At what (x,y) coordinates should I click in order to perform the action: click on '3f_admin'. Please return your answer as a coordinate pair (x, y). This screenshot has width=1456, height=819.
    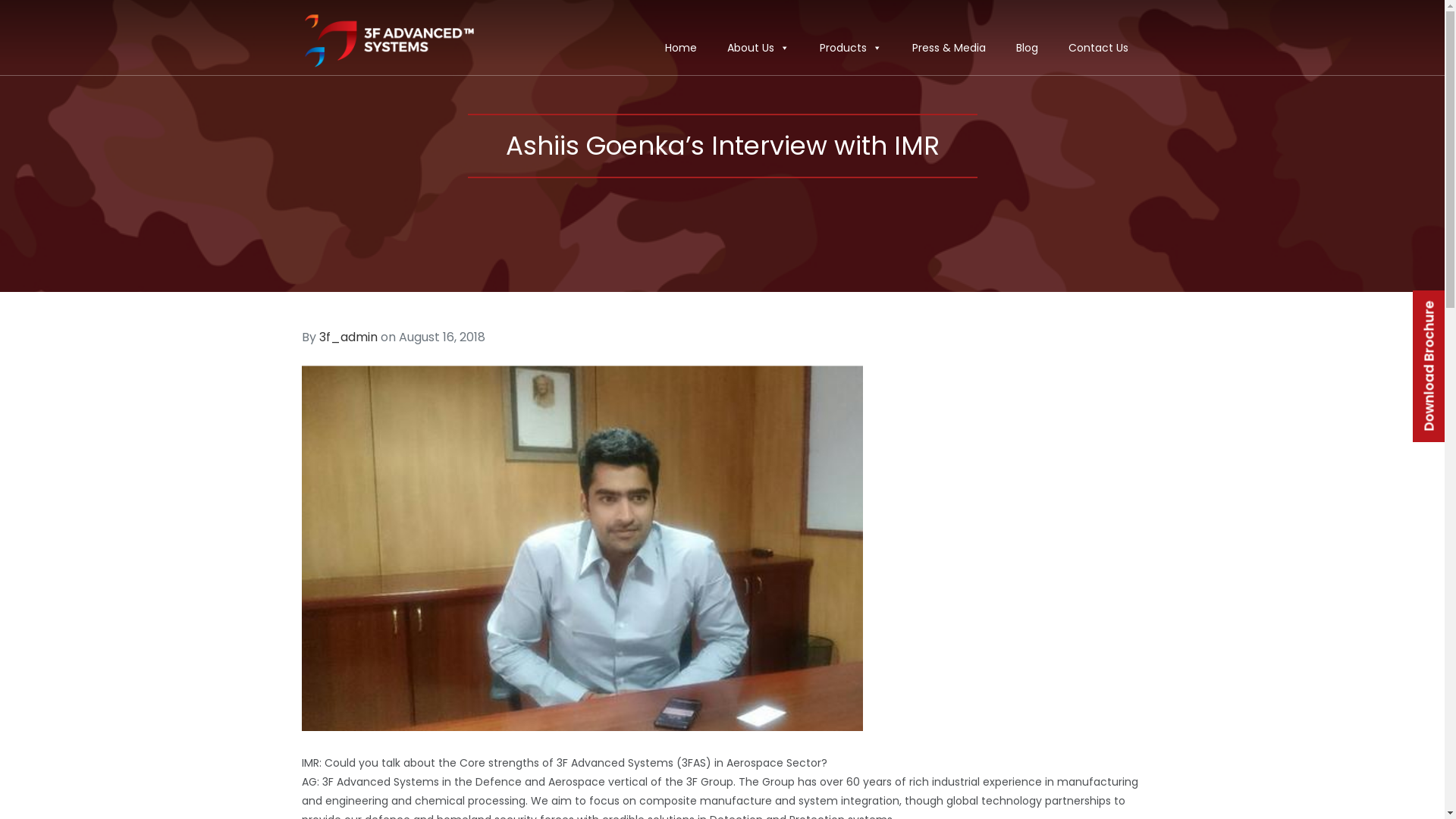
    Looking at the image, I should click on (347, 336).